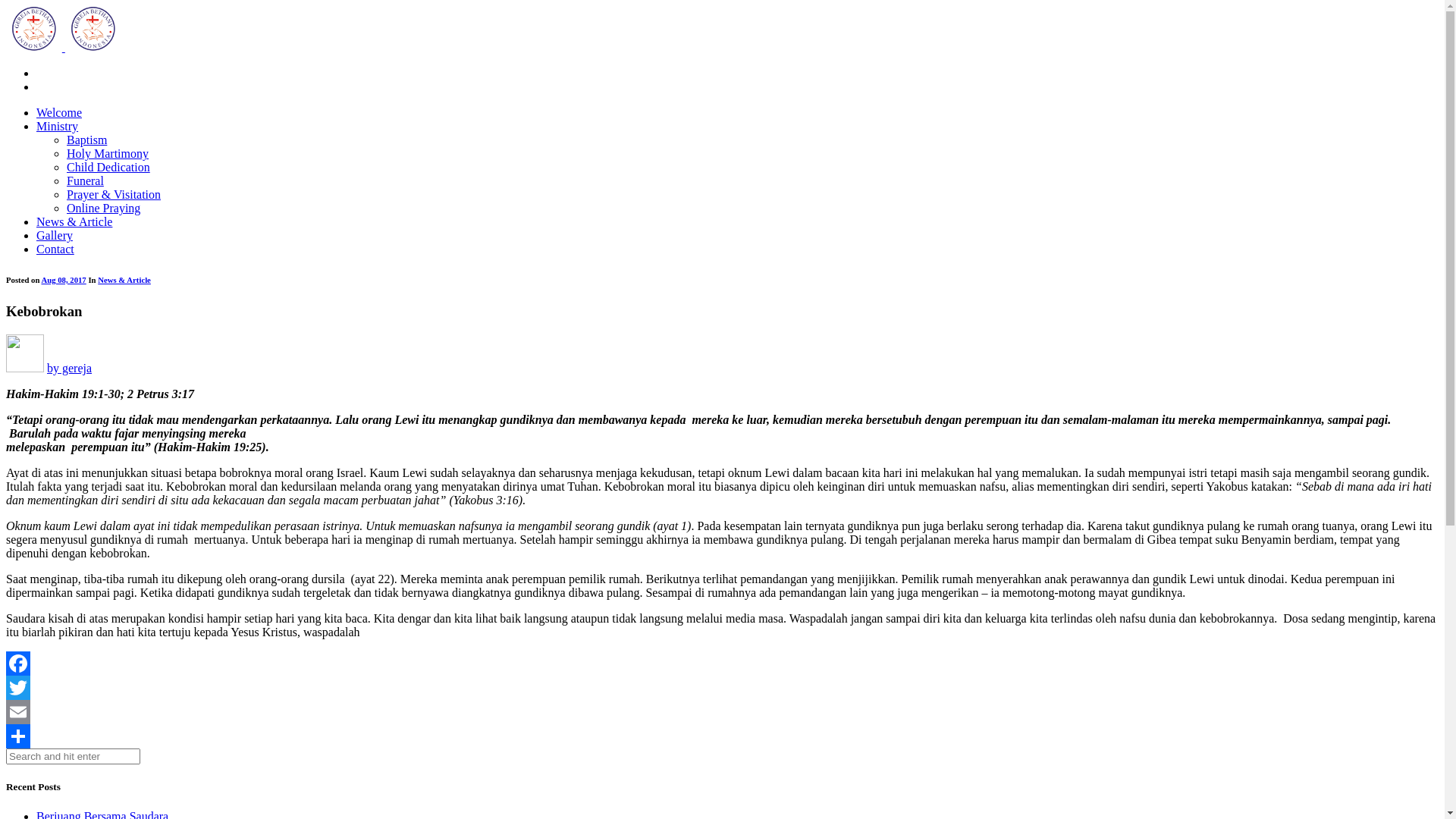 The width and height of the screenshot is (1456, 819). Describe the element at coordinates (73, 221) in the screenshot. I see `'News & Article'` at that location.